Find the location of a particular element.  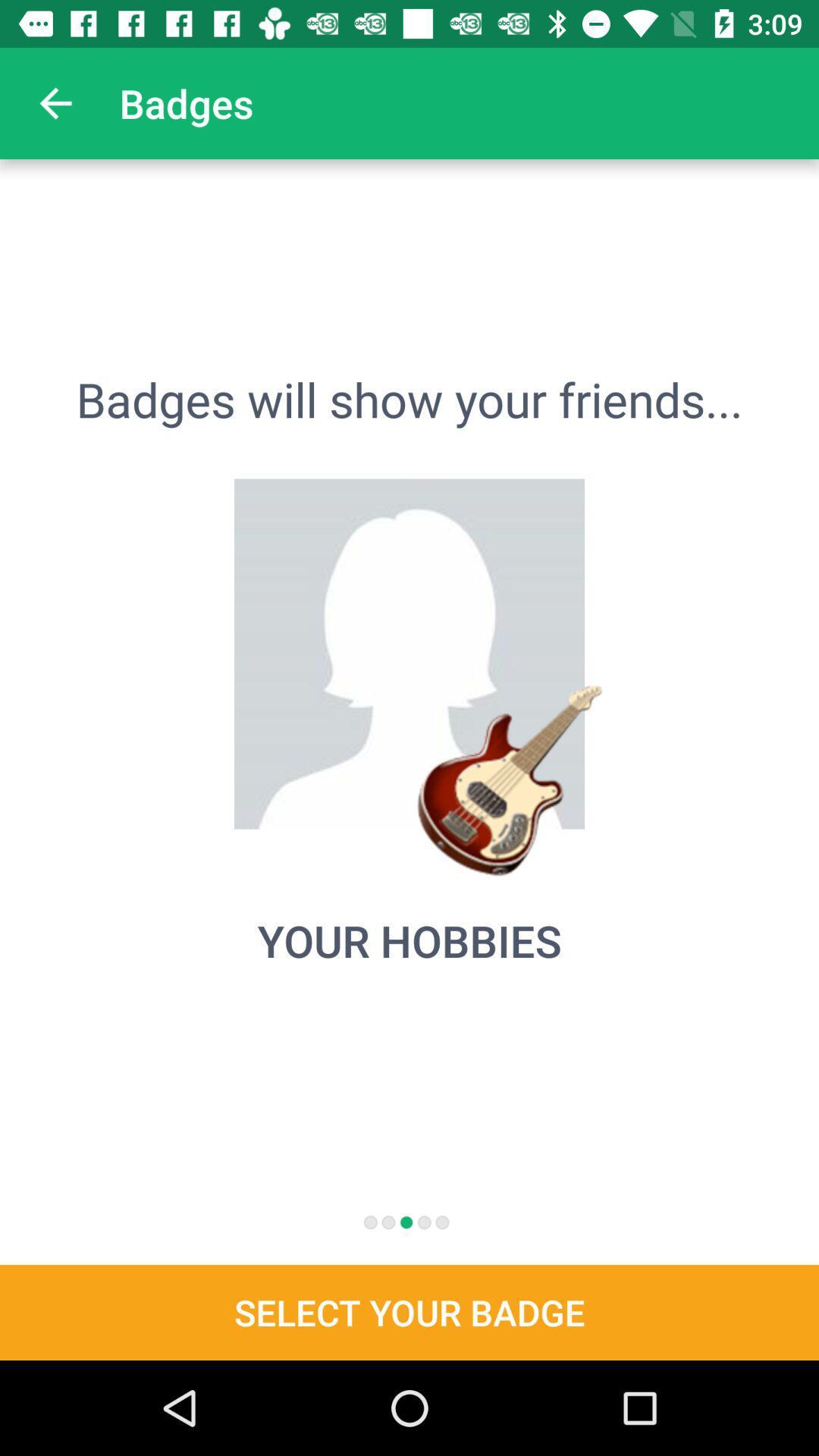

the icon above badges will show is located at coordinates (55, 102).